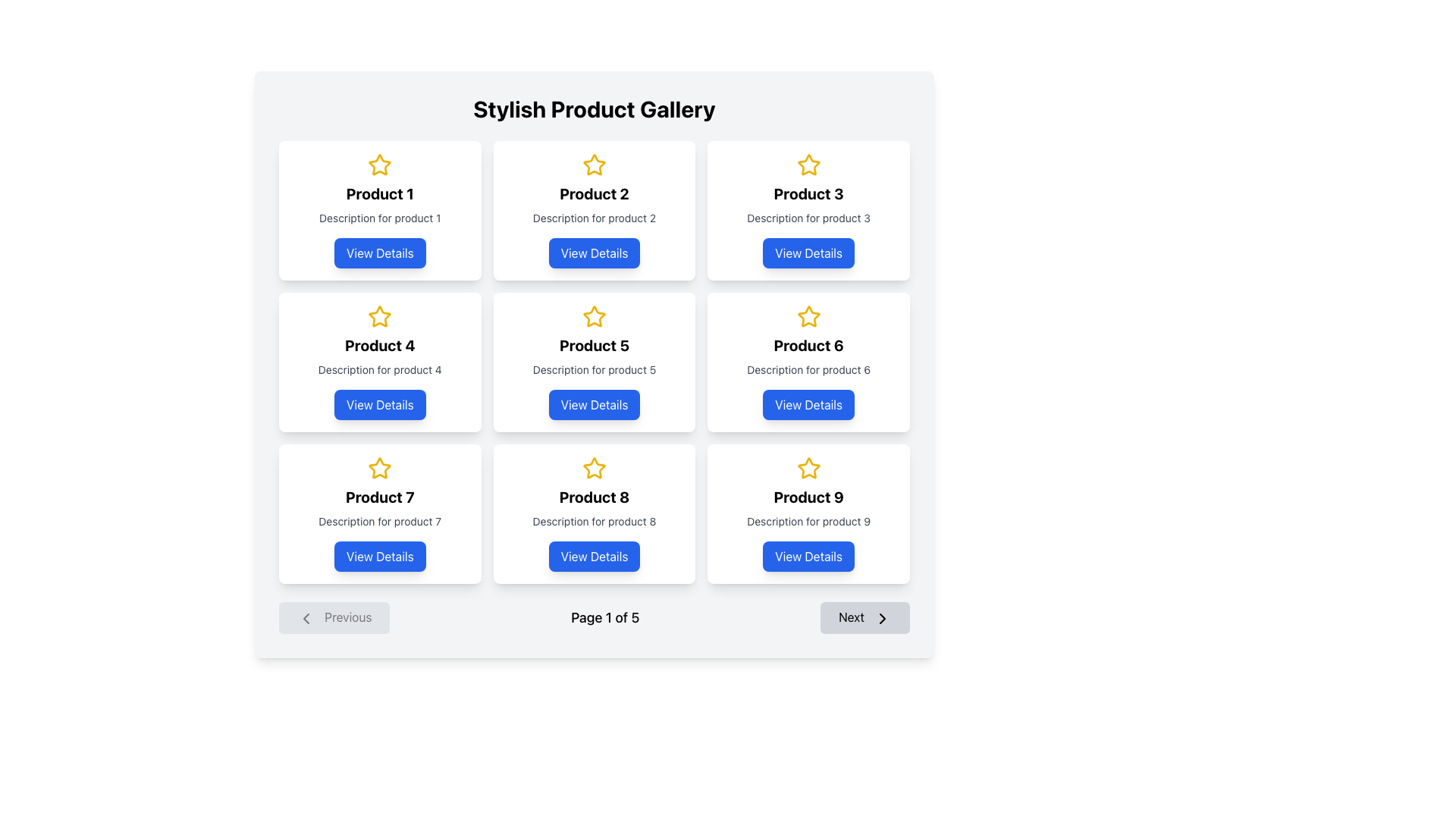 This screenshot has width=1456, height=819. I want to click on the rating icon for 'Product 3', which is the third star from the left in the top-right corner of the product grid, so click(808, 165).